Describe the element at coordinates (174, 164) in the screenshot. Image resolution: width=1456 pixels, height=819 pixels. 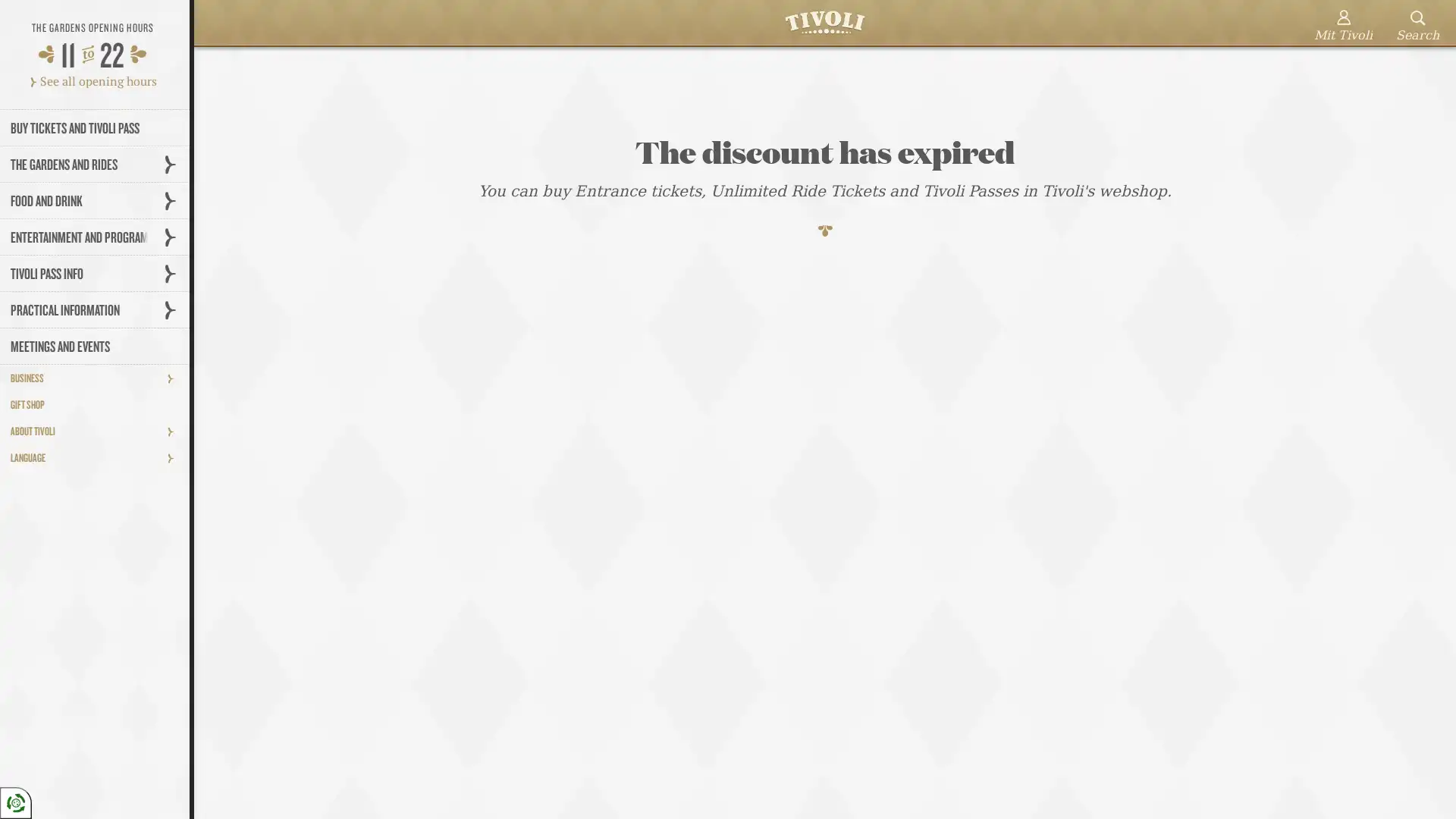
I see `The gardens and rides` at that location.